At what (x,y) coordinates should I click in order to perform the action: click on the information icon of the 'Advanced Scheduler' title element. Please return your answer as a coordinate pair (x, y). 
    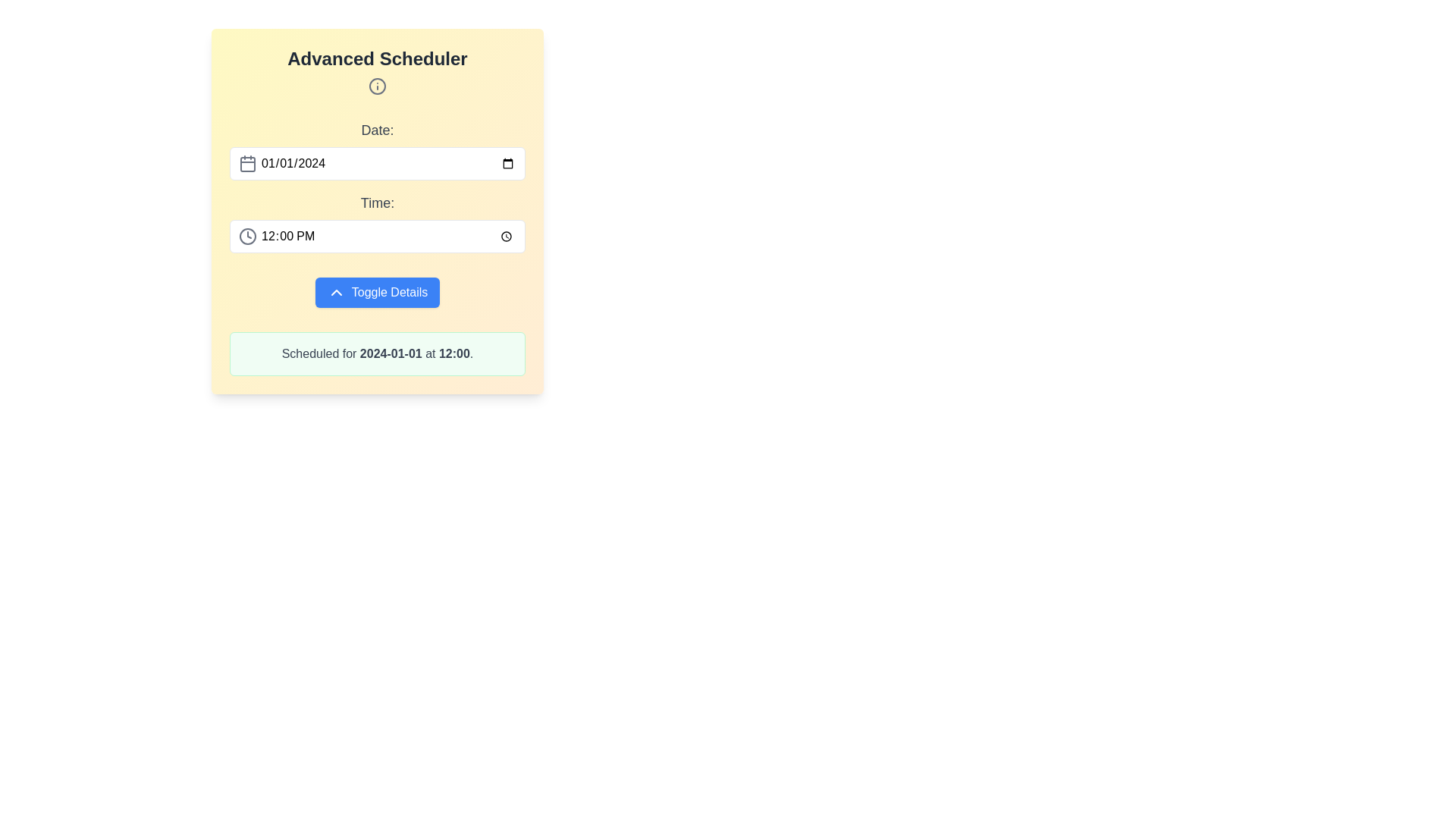
    Looking at the image, I should click on (378, 71).